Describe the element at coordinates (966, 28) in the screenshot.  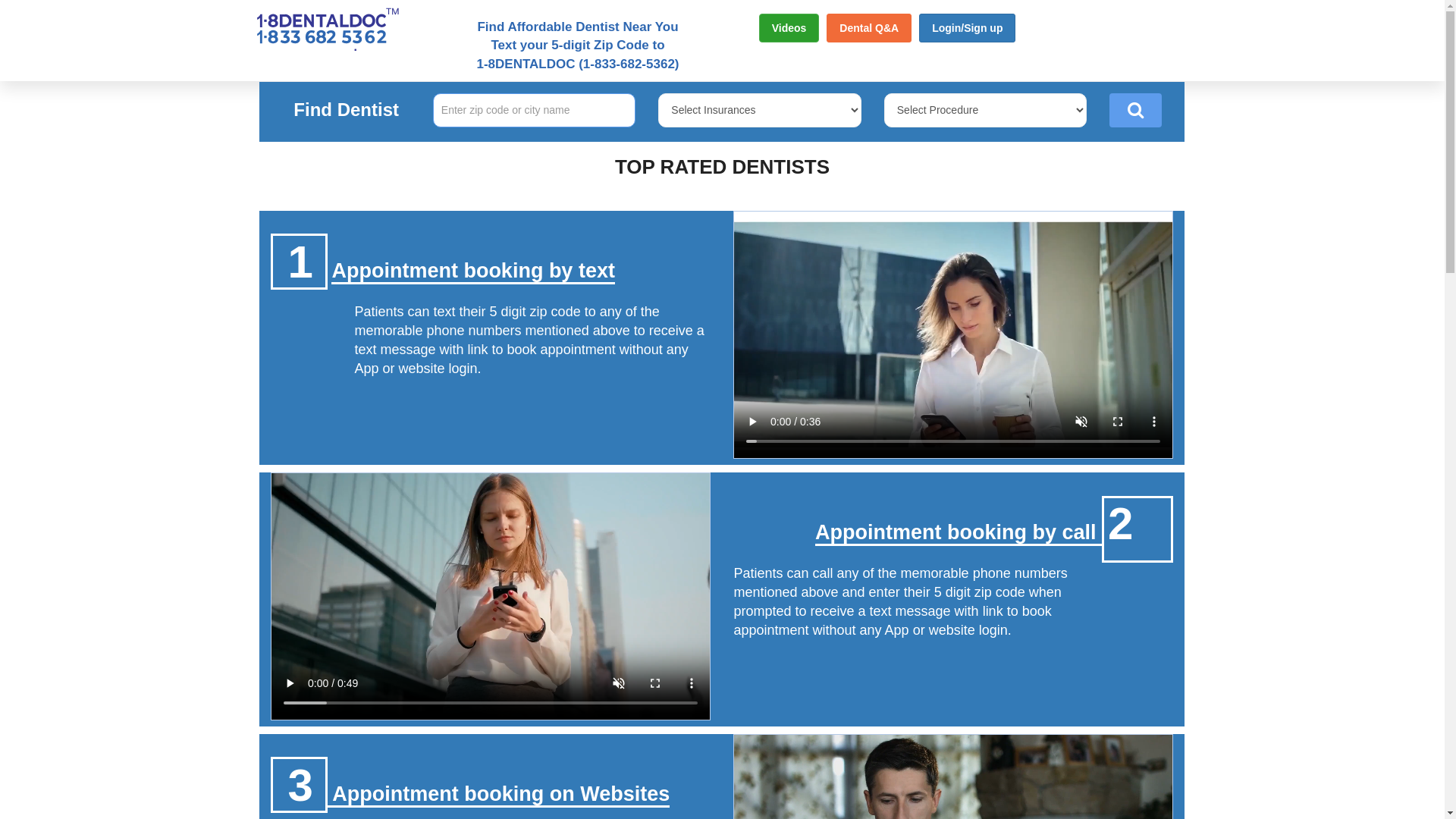
I see `'Login/Sign up'` at that location.